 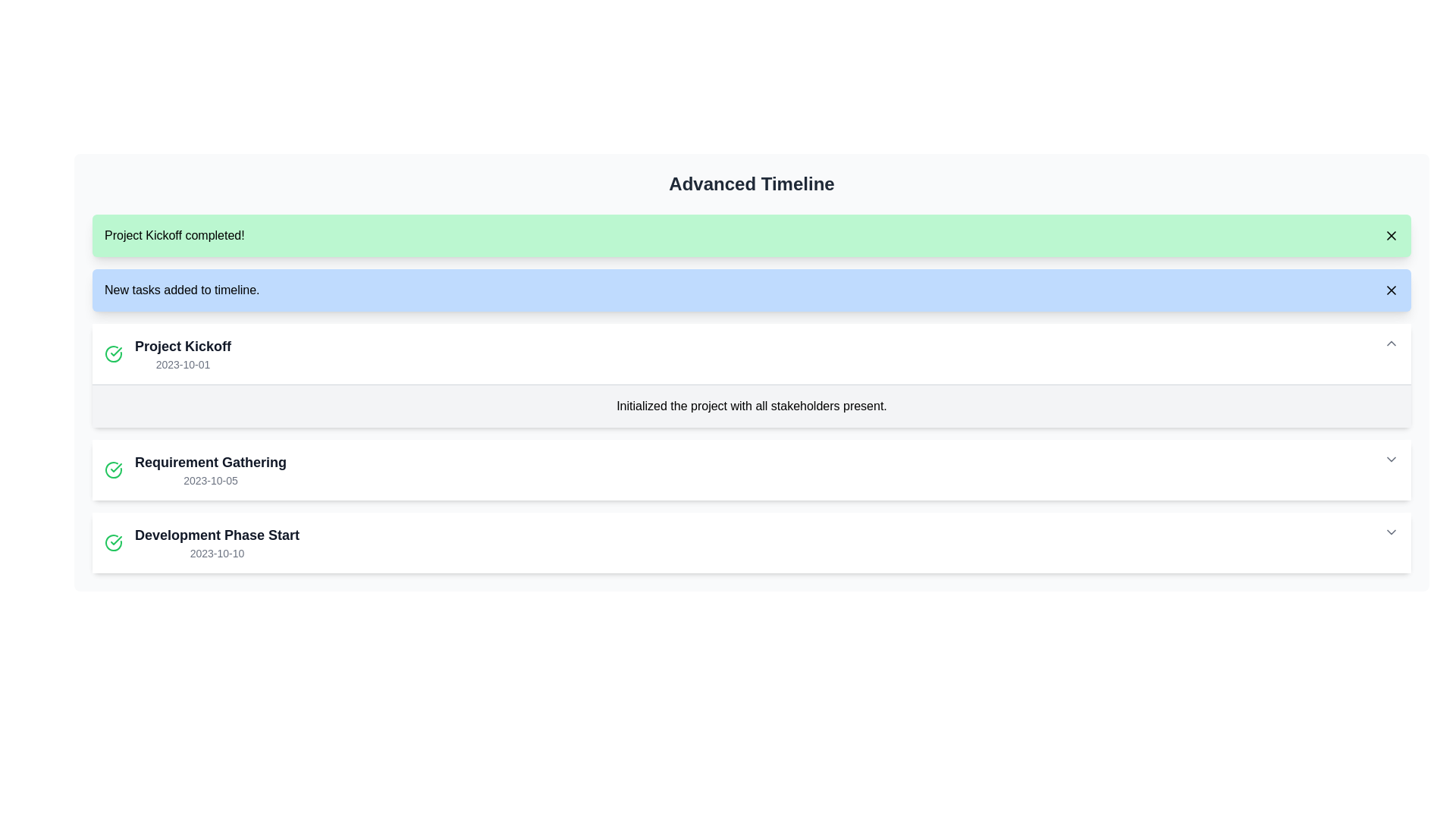 I want to click on the dismiss 'X' icon located at the far right side of the green notification banner that indicates 'Project Kickoff completed!', so click(x=1391, y=236).